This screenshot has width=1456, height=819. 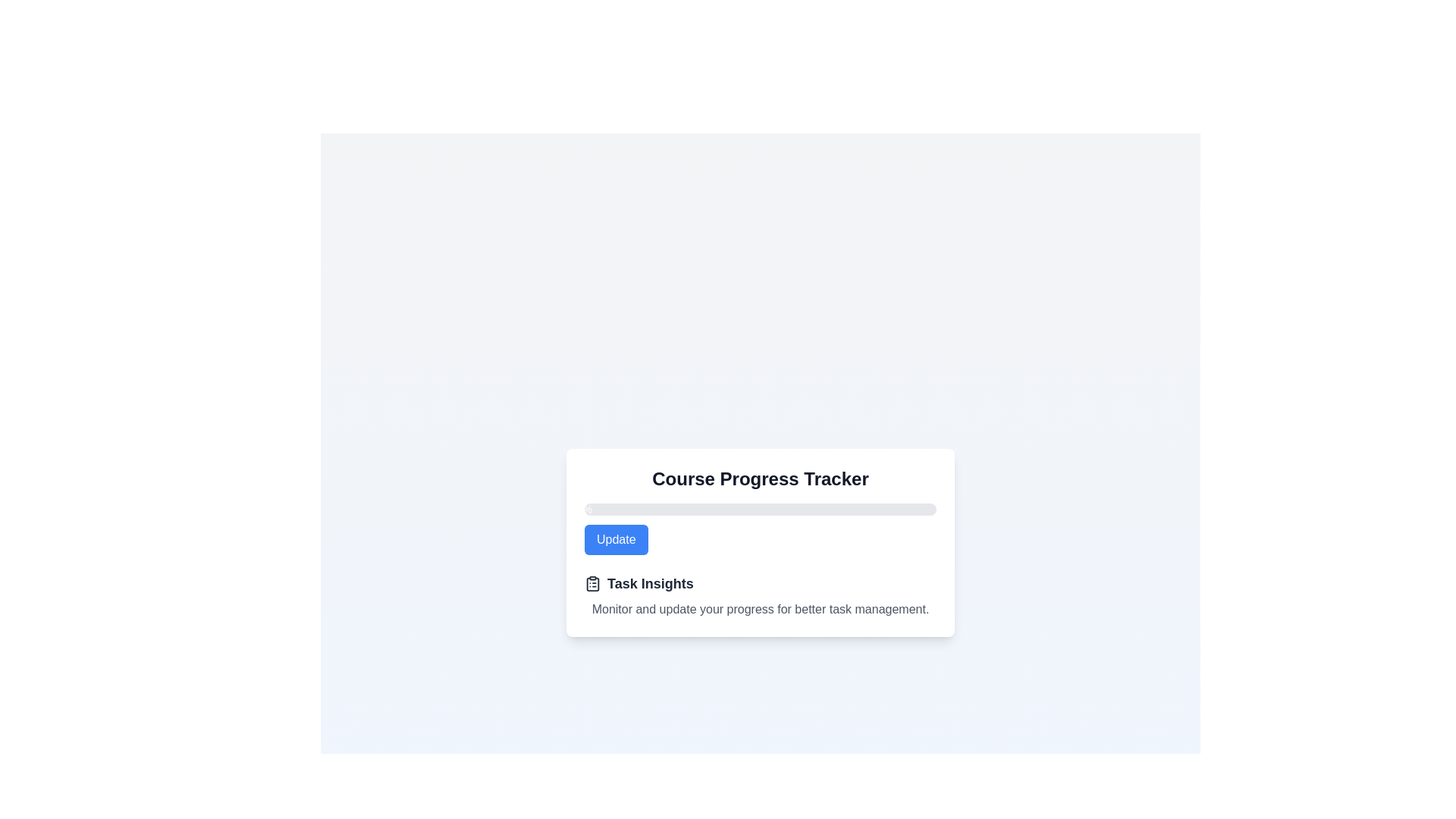 I want to click on the clipboard icon that visually represents task or note-related functionalities, located next to the text 'Task Insights' and below the 'Update' button in the main card interface, so click(x=592, y=583).